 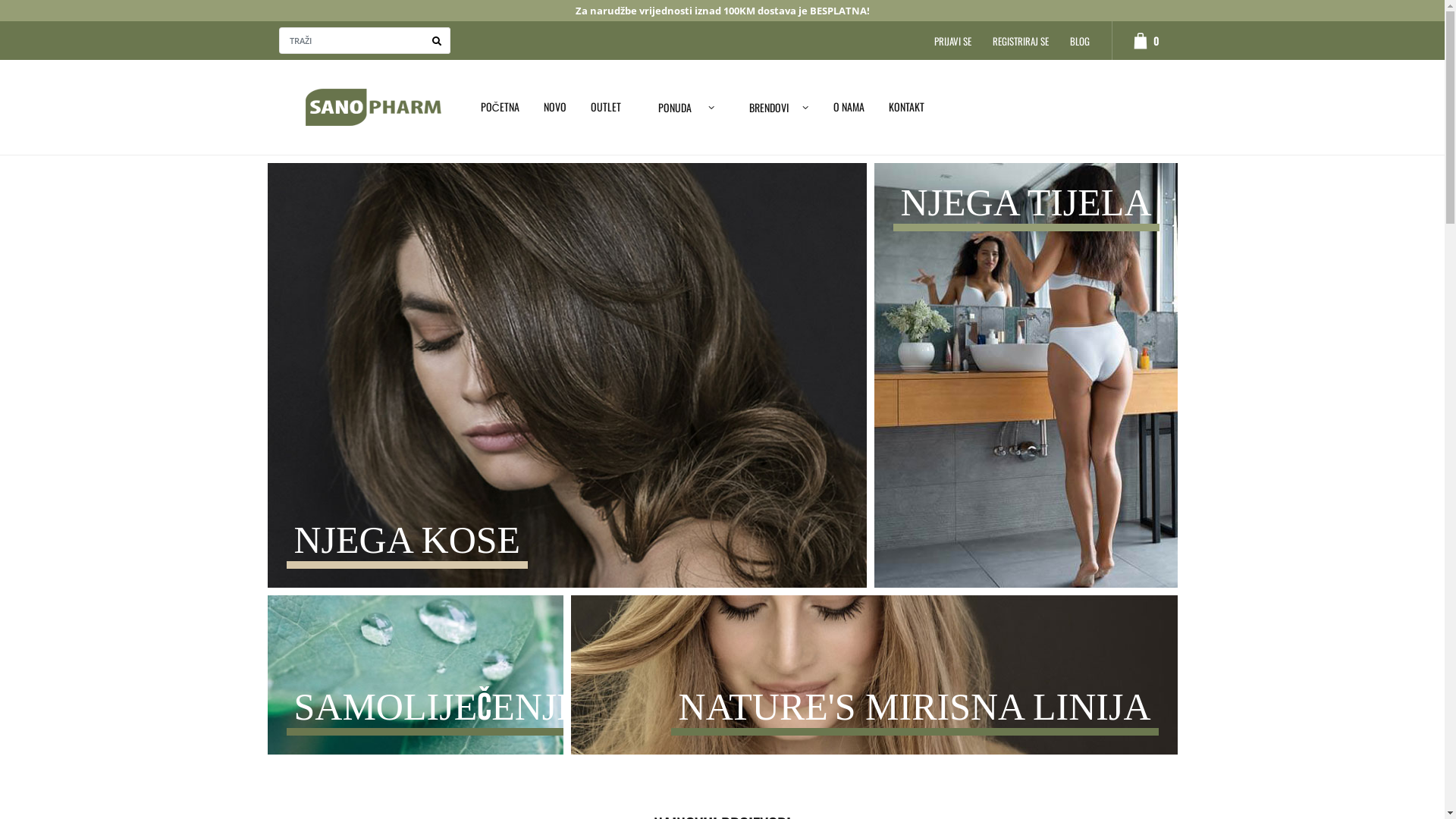 I want to click on 'PONUDA', so click(x=633, y=106).